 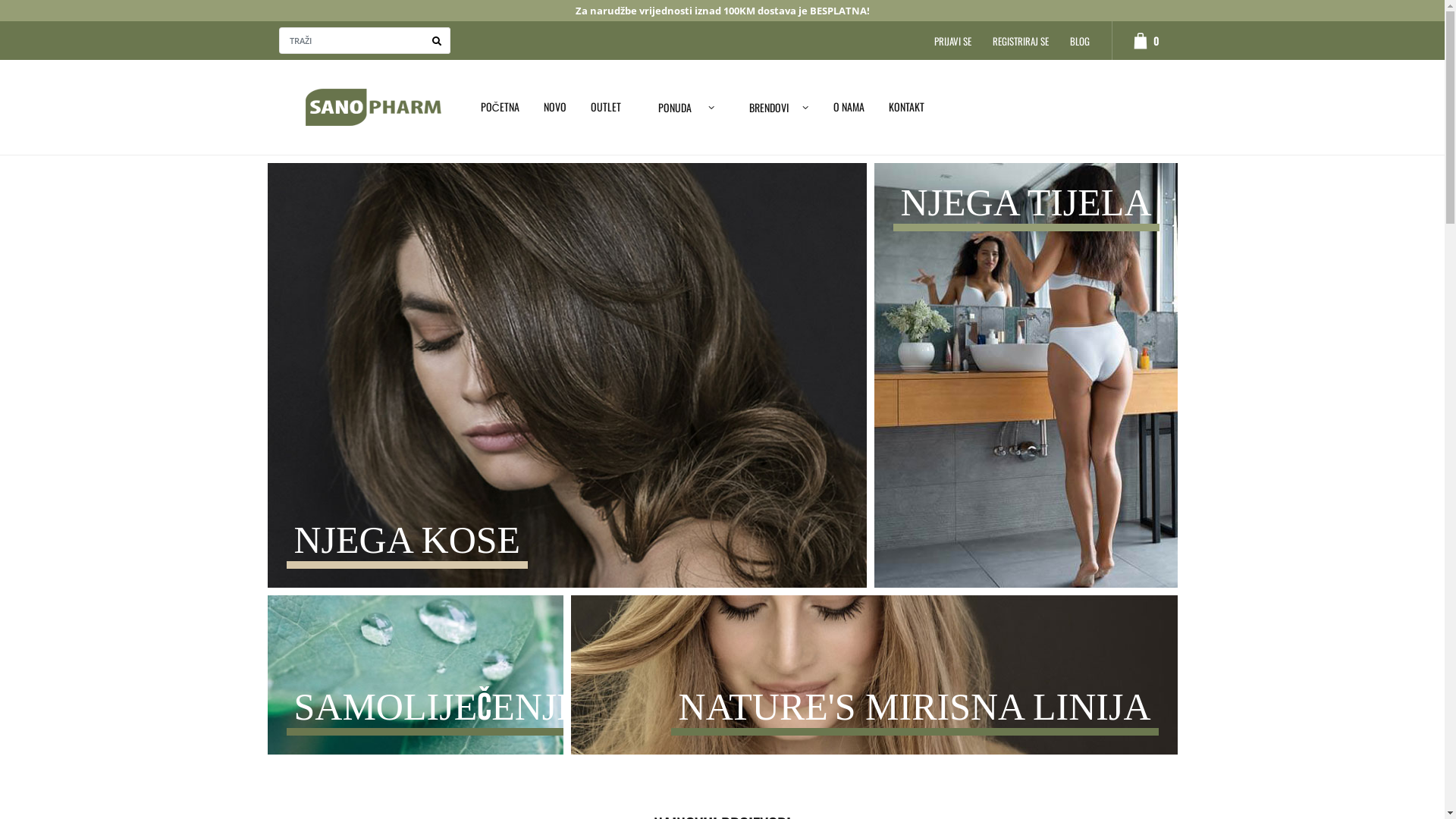 I want to click on 'PONUDA', so click(x=633, y=106).